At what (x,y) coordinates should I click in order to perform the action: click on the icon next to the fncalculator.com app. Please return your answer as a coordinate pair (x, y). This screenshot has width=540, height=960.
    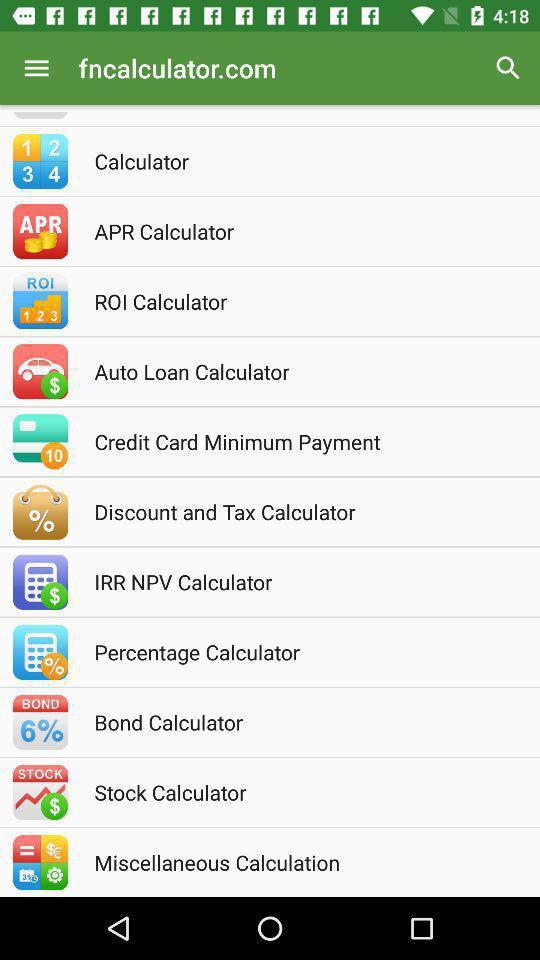
    Looking at the image, I should click on (36, 68).